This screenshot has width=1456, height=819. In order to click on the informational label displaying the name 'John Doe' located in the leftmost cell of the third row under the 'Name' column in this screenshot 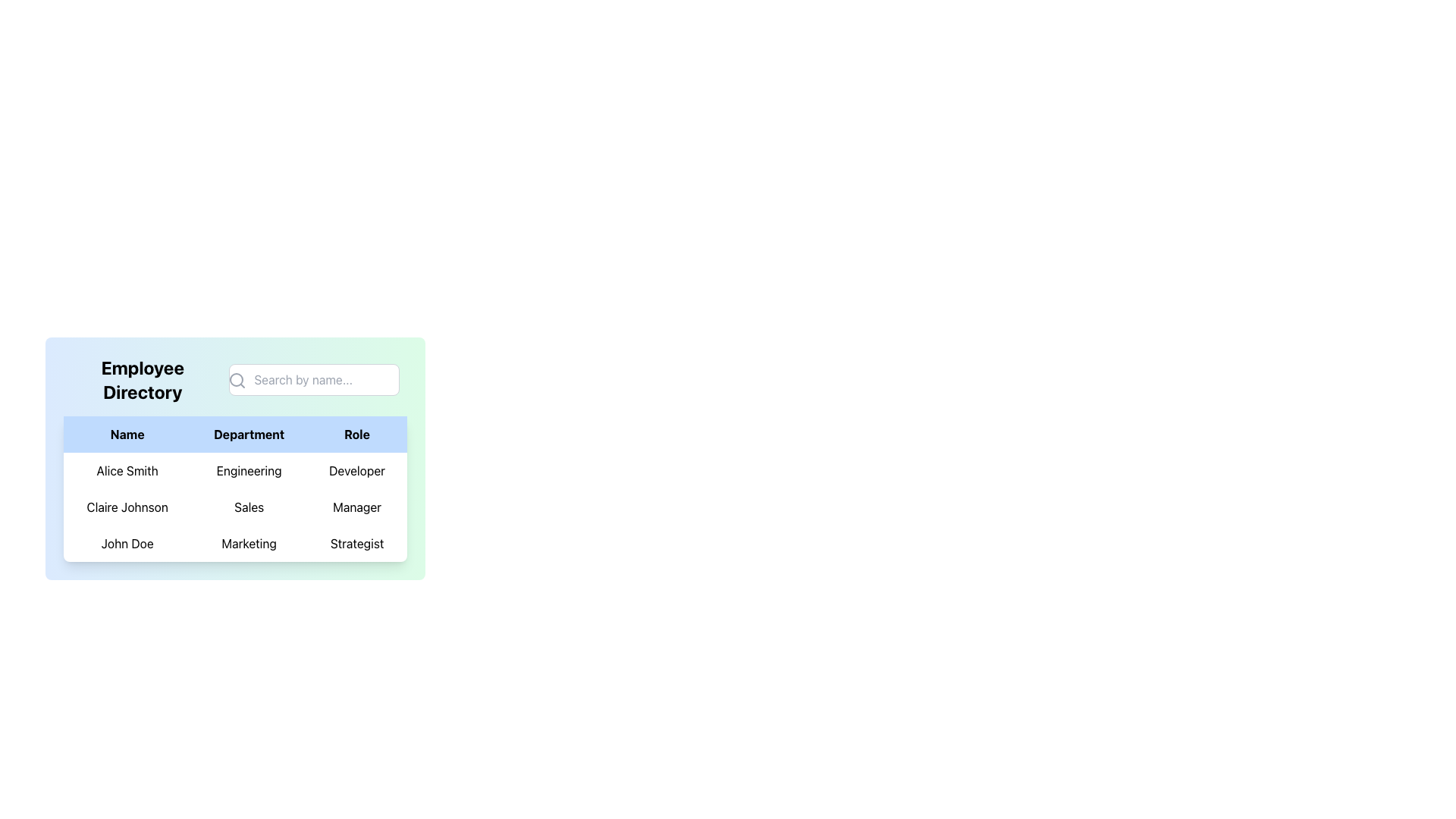, I will do `click(127, 543)`.